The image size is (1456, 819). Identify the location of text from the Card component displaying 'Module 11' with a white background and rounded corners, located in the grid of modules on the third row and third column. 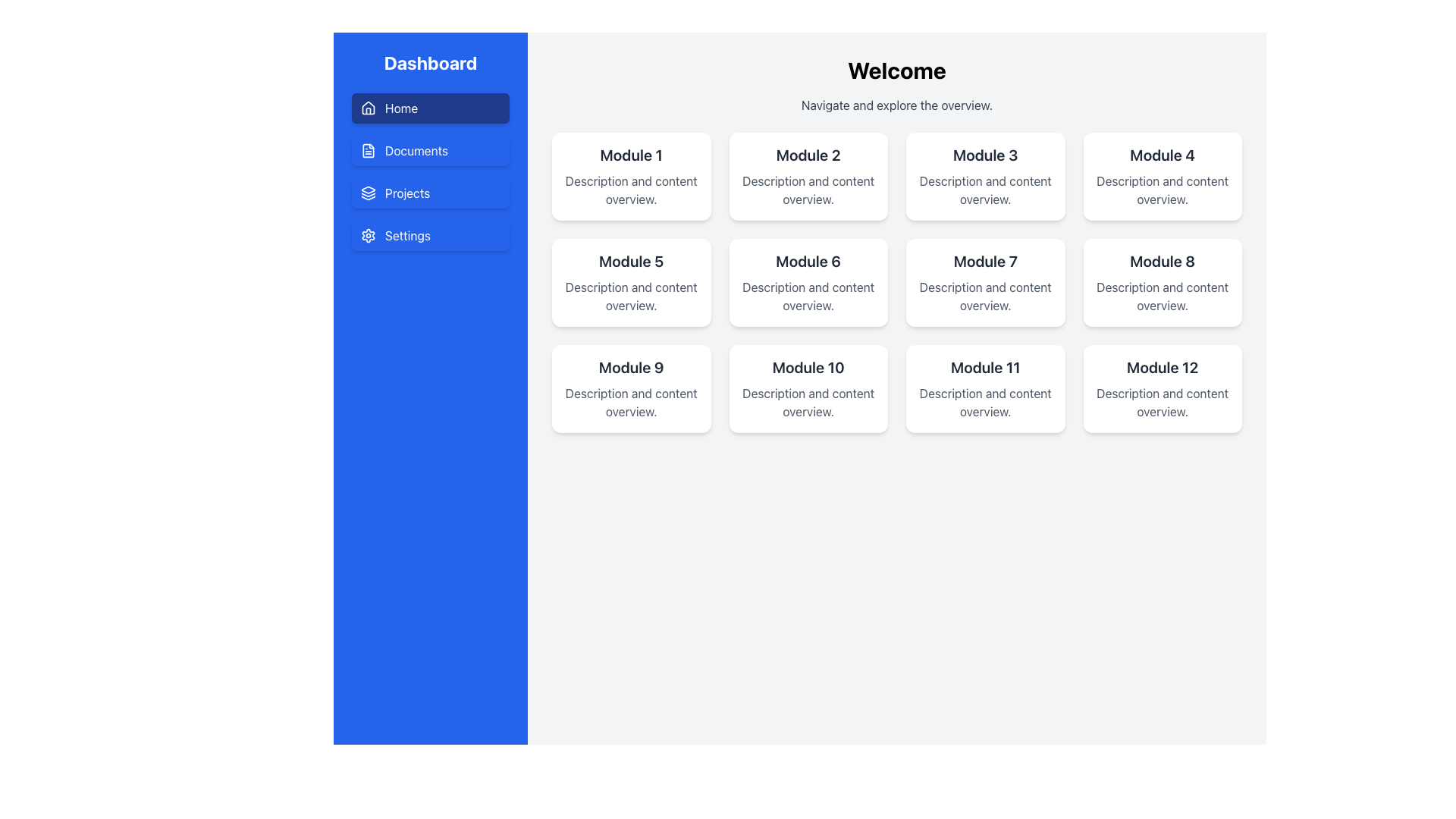
(985, 388).